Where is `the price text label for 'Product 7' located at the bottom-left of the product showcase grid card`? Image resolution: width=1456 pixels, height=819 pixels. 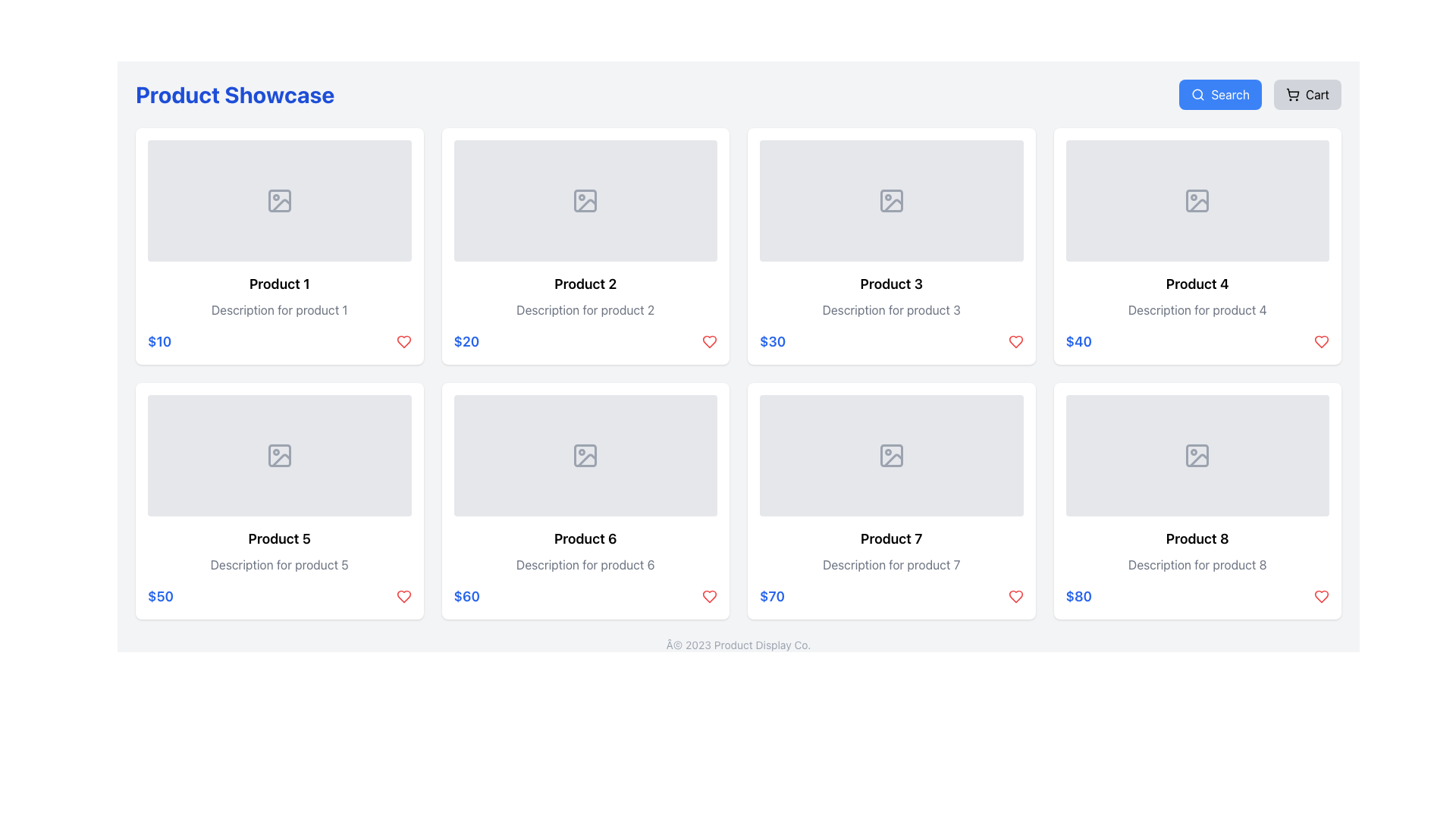 the price text label for 'Product 7' located at the bottom-left of the product showcase grid card is located at coordinates (772, 595).